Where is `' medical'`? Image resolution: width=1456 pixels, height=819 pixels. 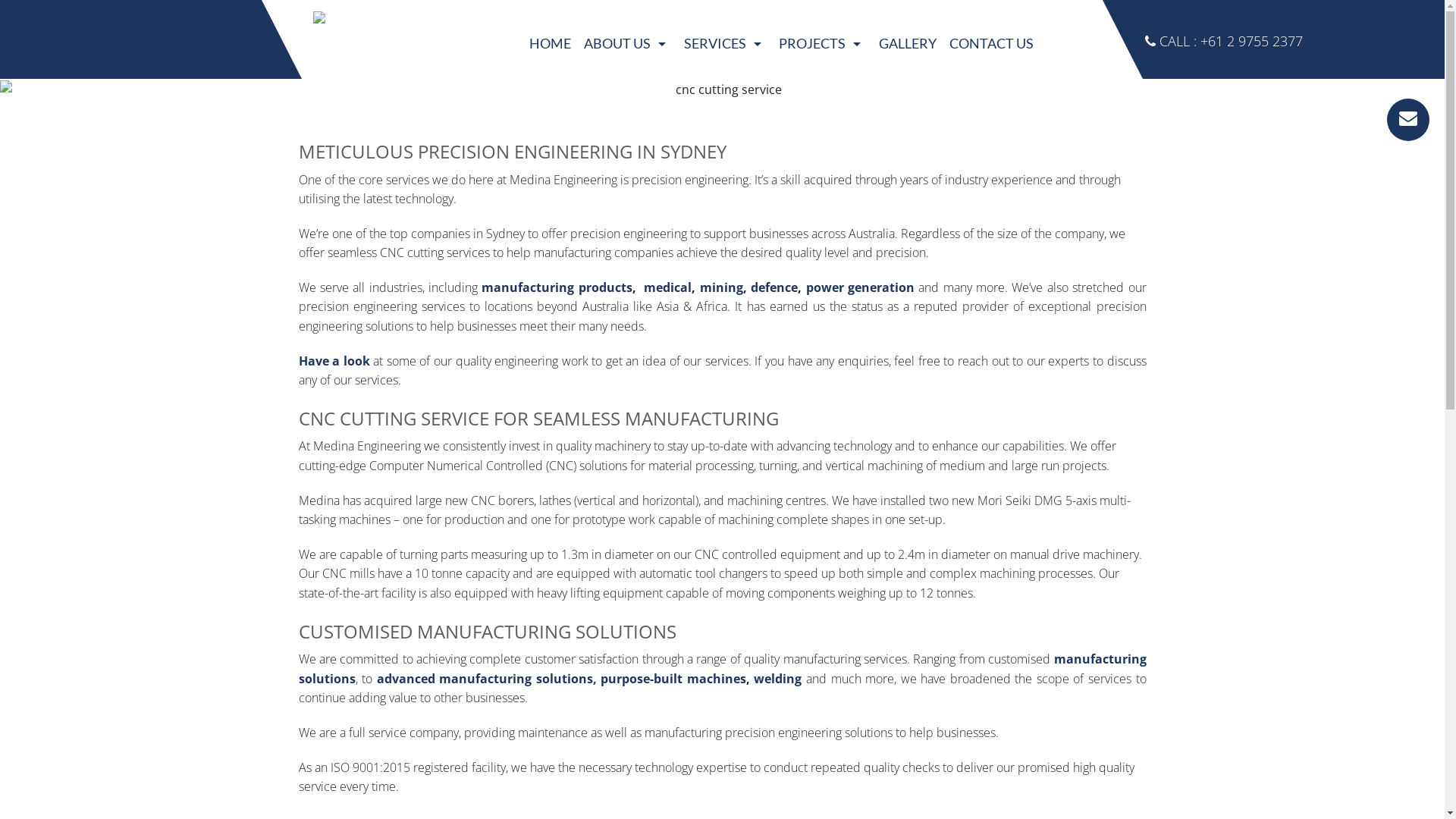
' medical' is located at coordinates (666, 287).